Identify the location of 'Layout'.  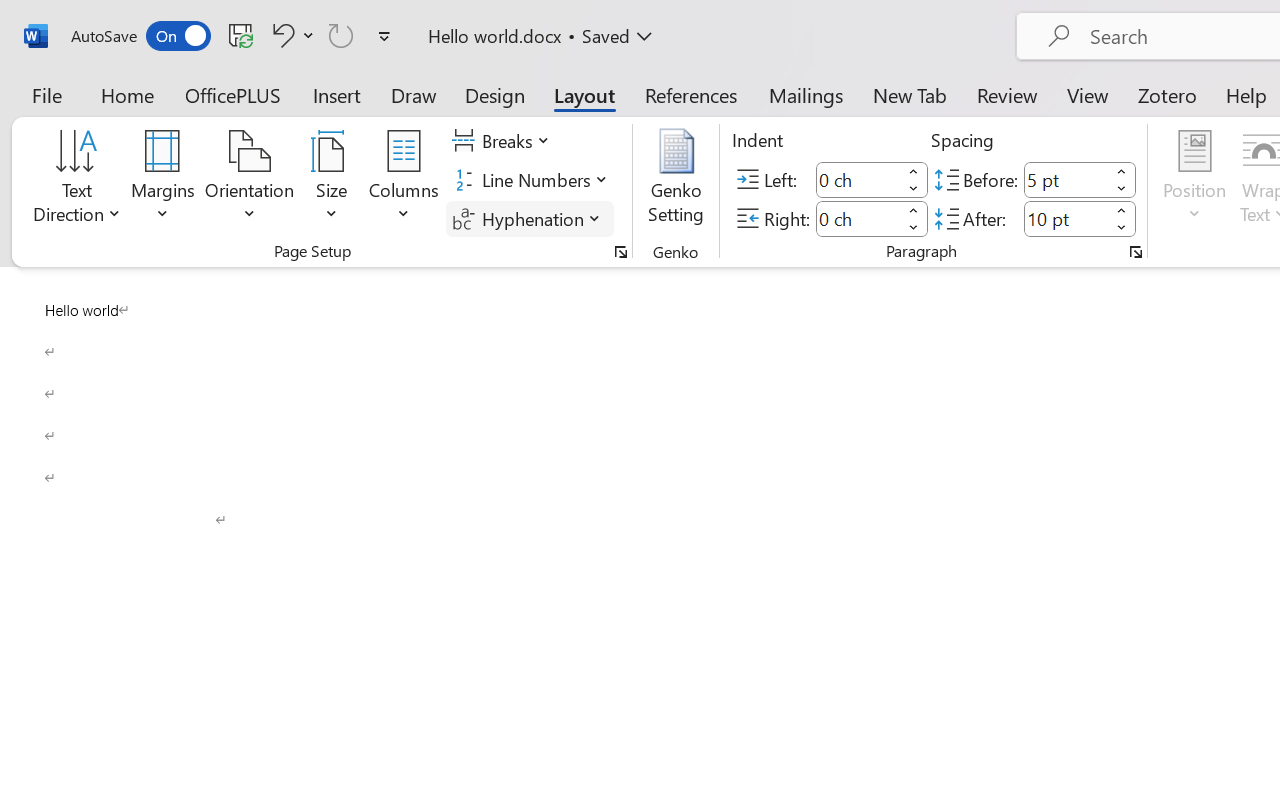
(583, 94).